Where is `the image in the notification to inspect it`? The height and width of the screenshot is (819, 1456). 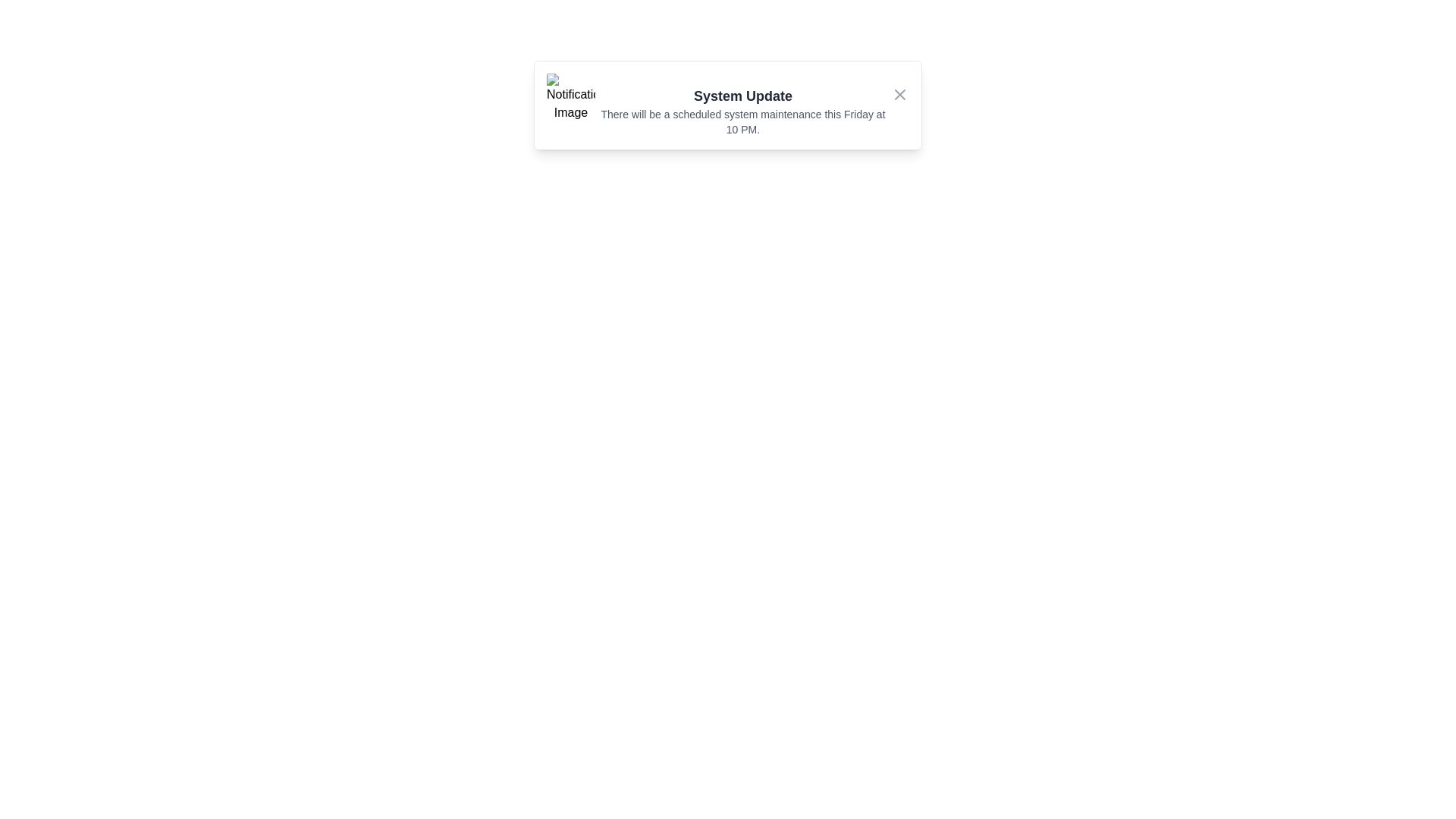
the image in the notification to inspect it is located at coordinates (570, 97).